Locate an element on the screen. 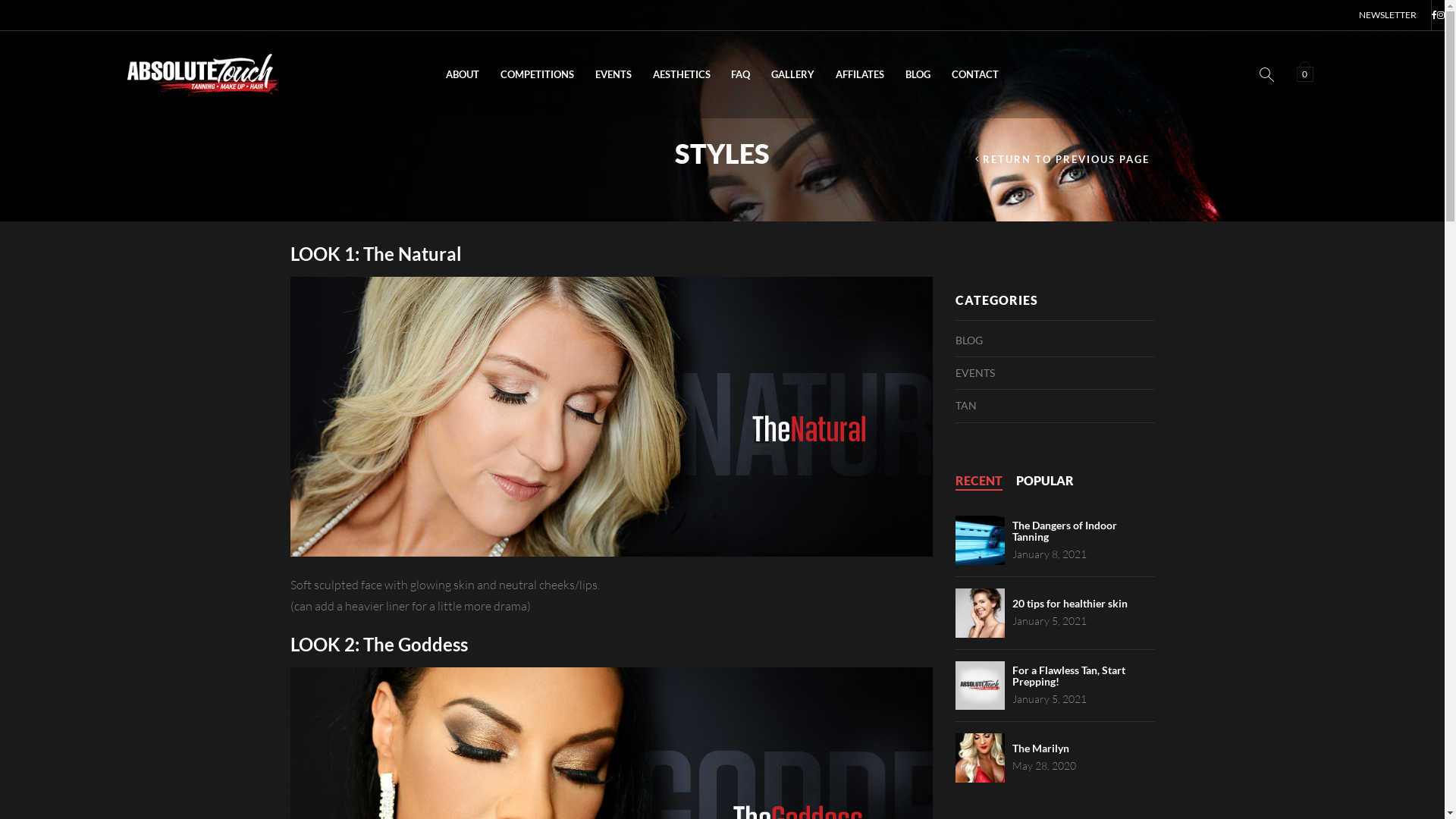 The width and height of the screenshot is (1456, 819). 'EVENTS' is located at coordinates (975, 373).